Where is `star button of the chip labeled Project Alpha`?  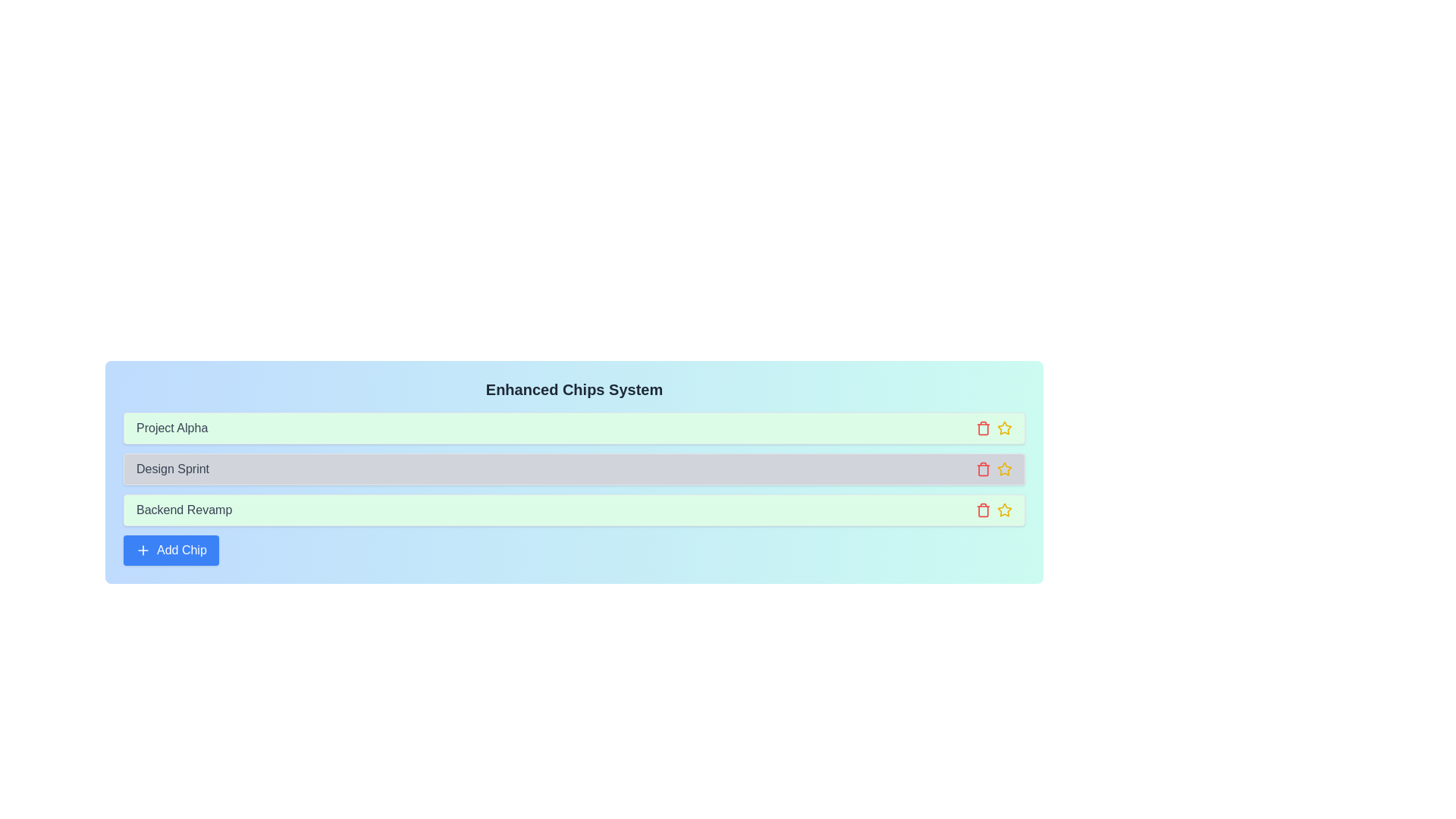 star button of the chip labeled Project Alpha is located at coordinates (1004, 428).